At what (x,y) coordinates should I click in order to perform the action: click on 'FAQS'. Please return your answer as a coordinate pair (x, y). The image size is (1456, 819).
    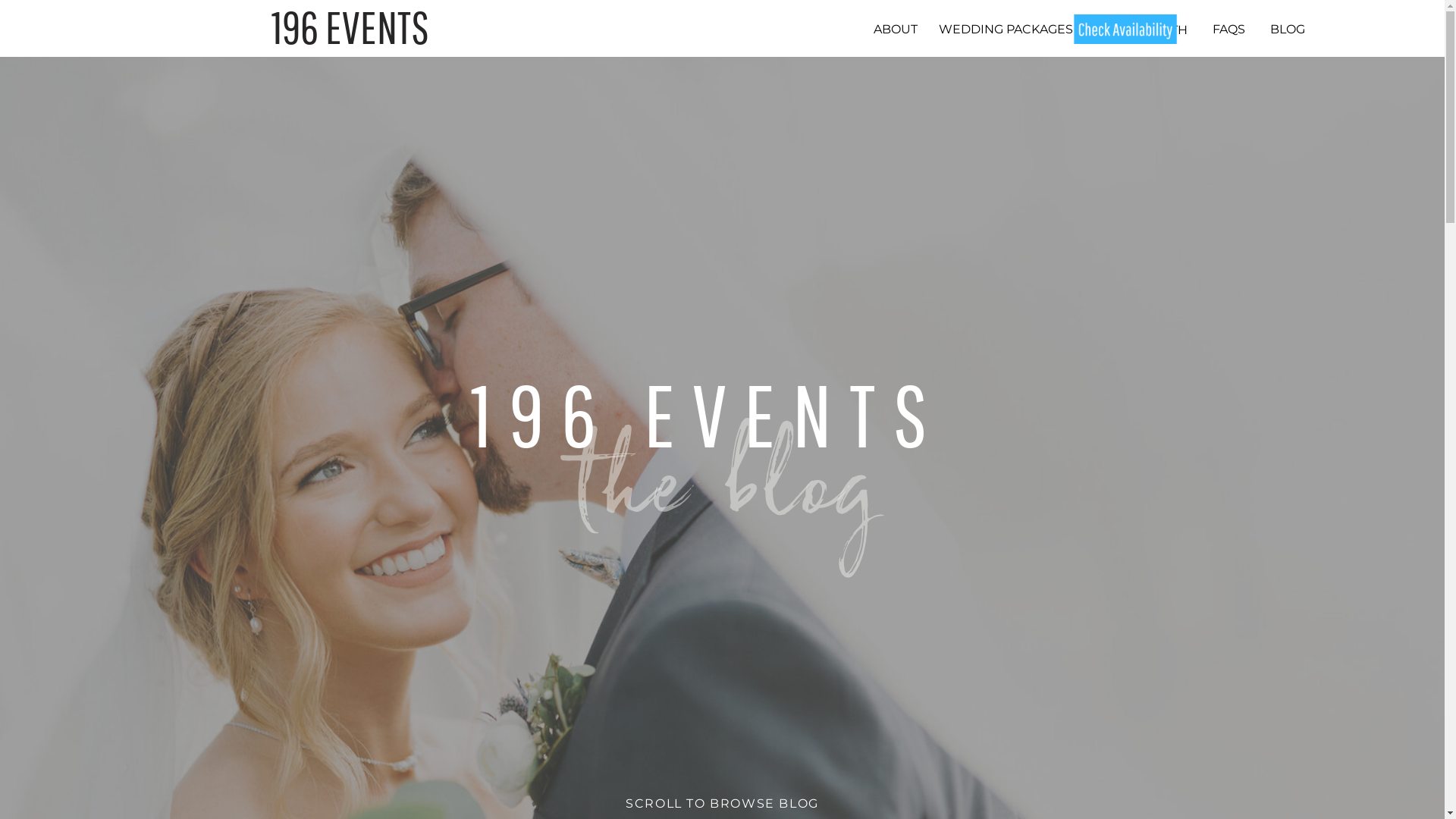
    Looking at the image, I should click on (1207, 29).